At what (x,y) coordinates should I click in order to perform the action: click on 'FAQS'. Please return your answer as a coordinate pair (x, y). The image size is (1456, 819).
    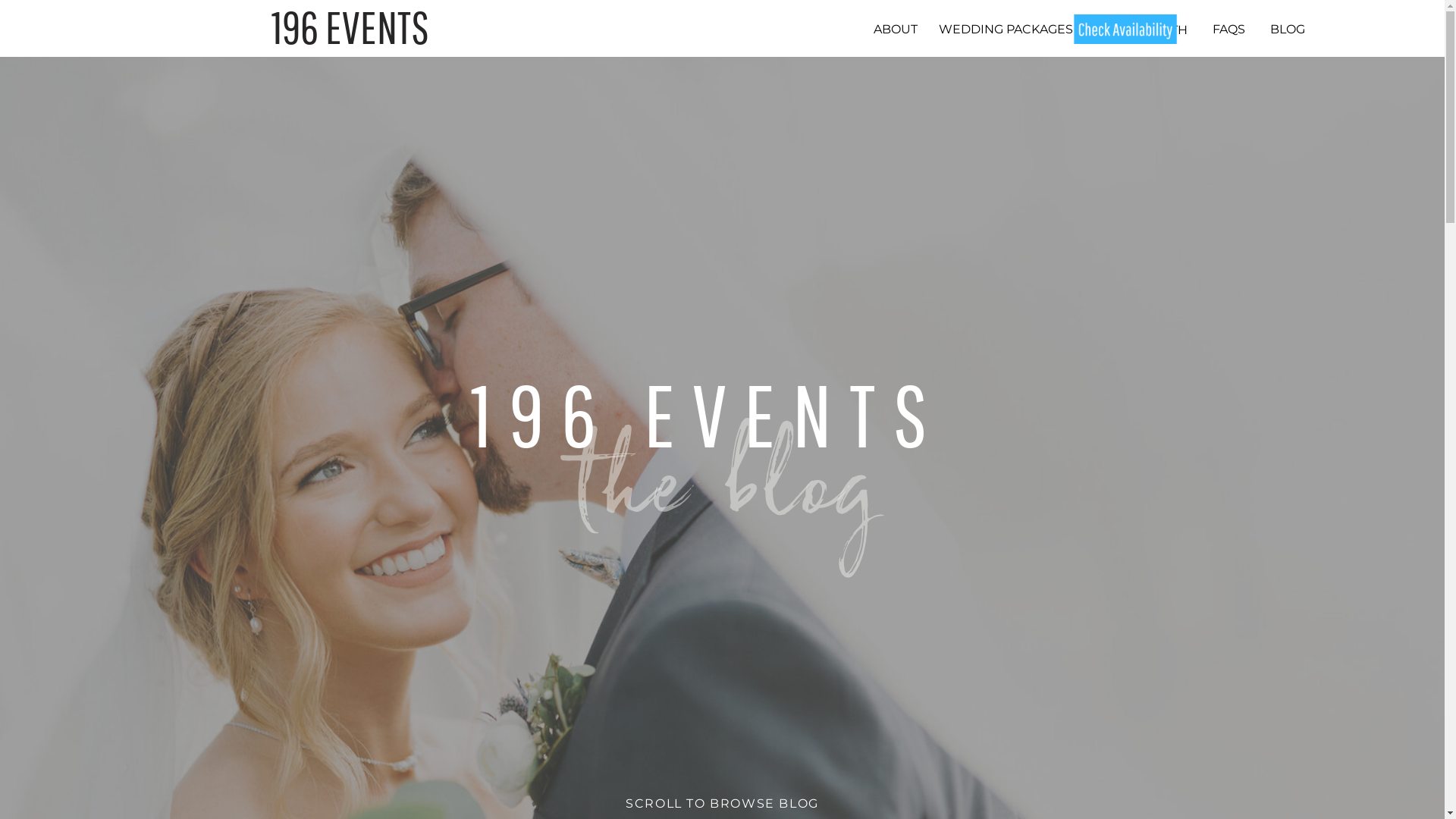
    Looking at the image, I should click on (1207, 29).